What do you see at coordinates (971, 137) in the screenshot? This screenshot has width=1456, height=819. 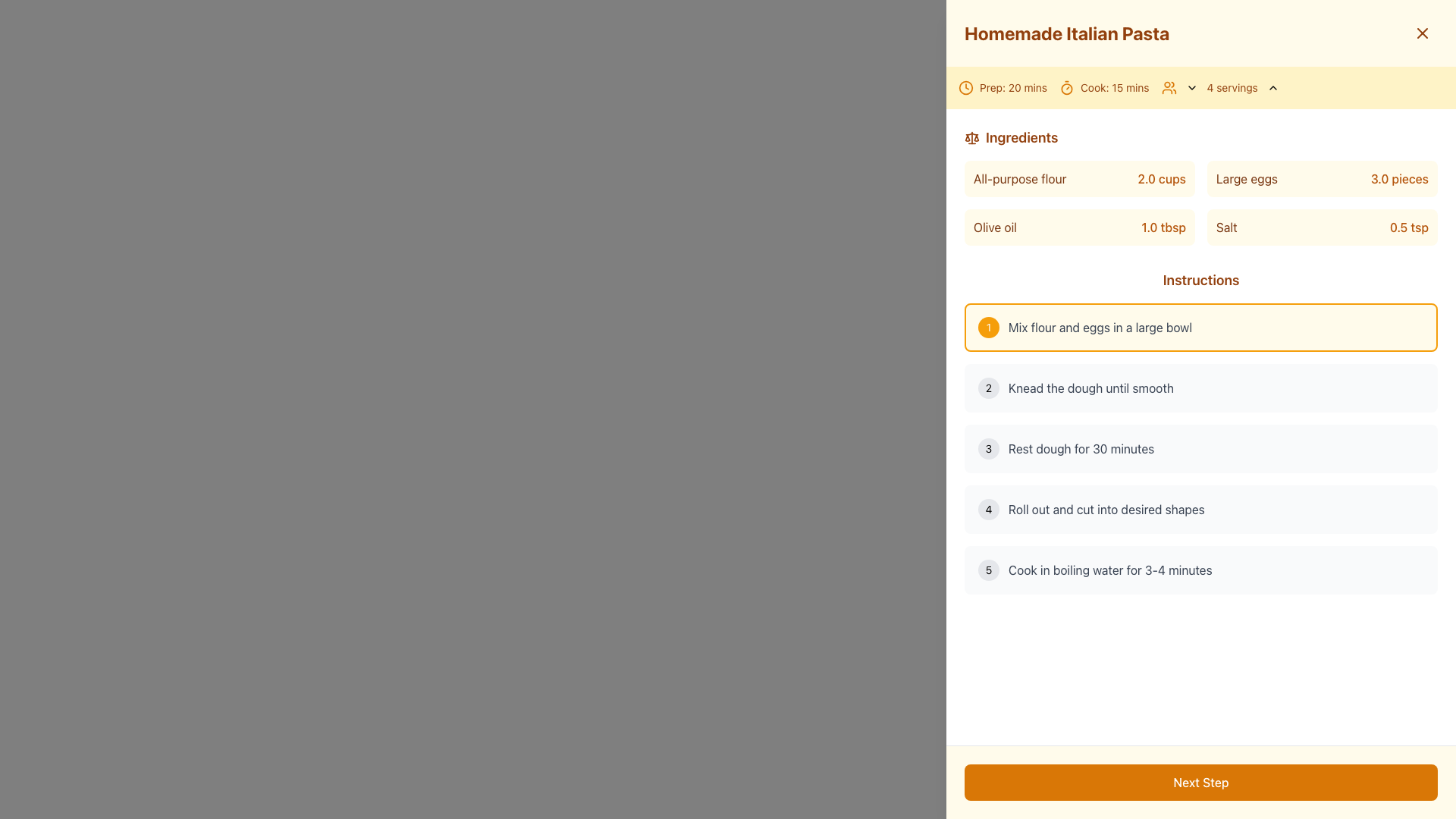 I see `the decorative icon representing balance or measurement located to the left of the 'Ingredients' text in the recipe section` at bounding box center [971, 137].